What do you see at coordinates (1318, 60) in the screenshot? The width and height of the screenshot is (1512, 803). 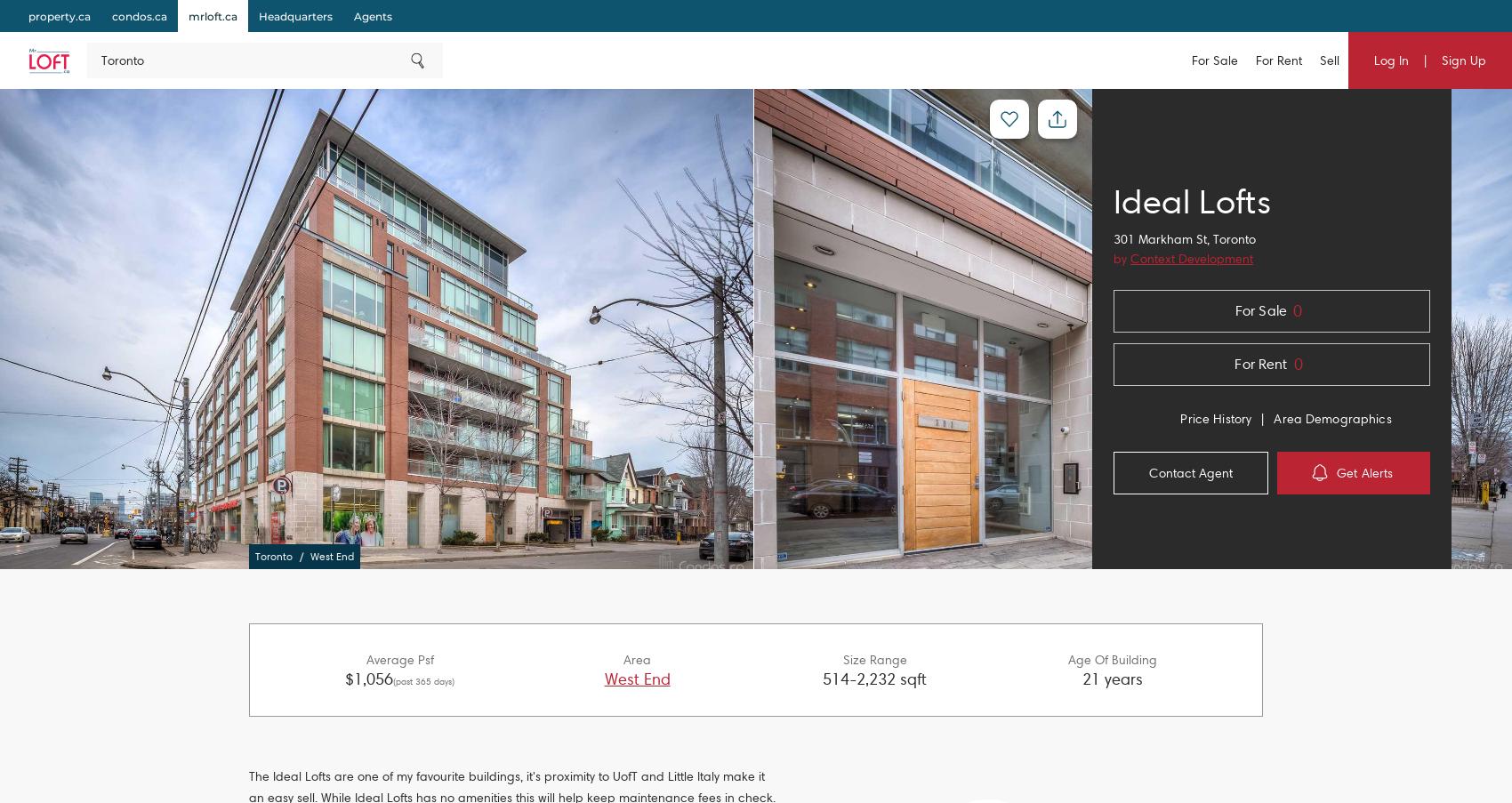 I see `'Sell'` at bounding box center [1318, 60].